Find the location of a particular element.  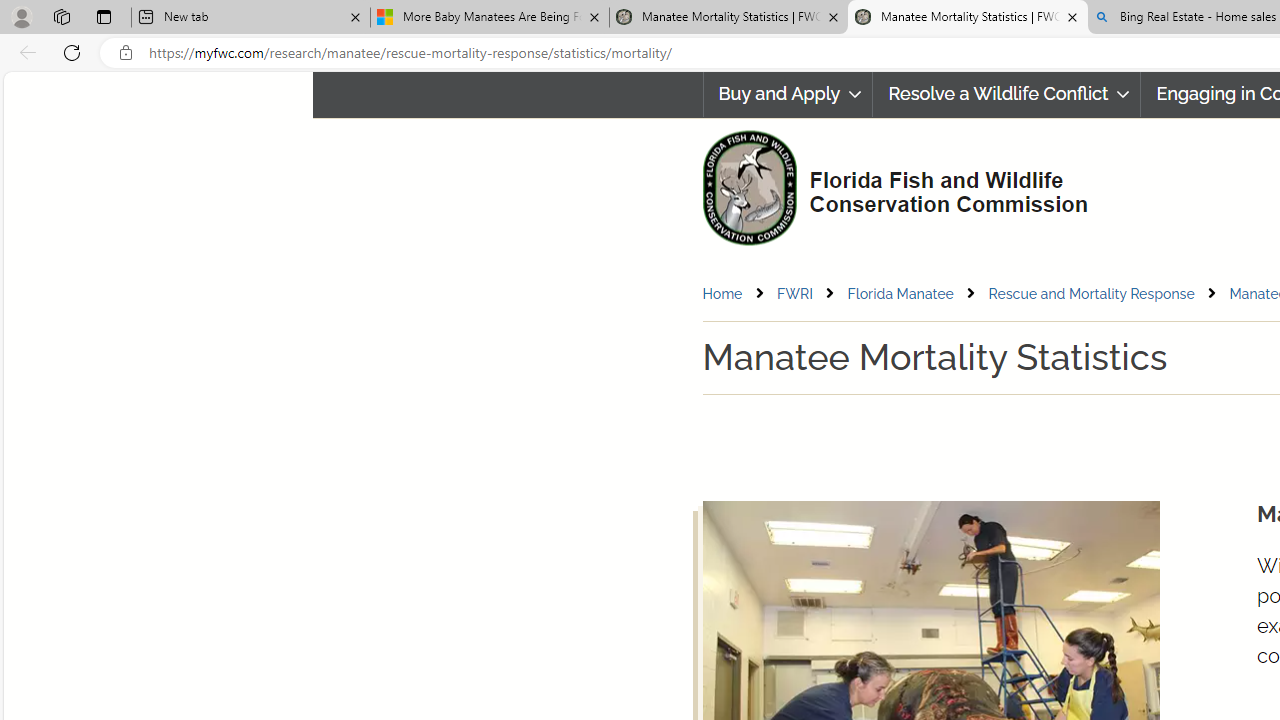

'Buy and Apply' is located at coordinates (786, 94).